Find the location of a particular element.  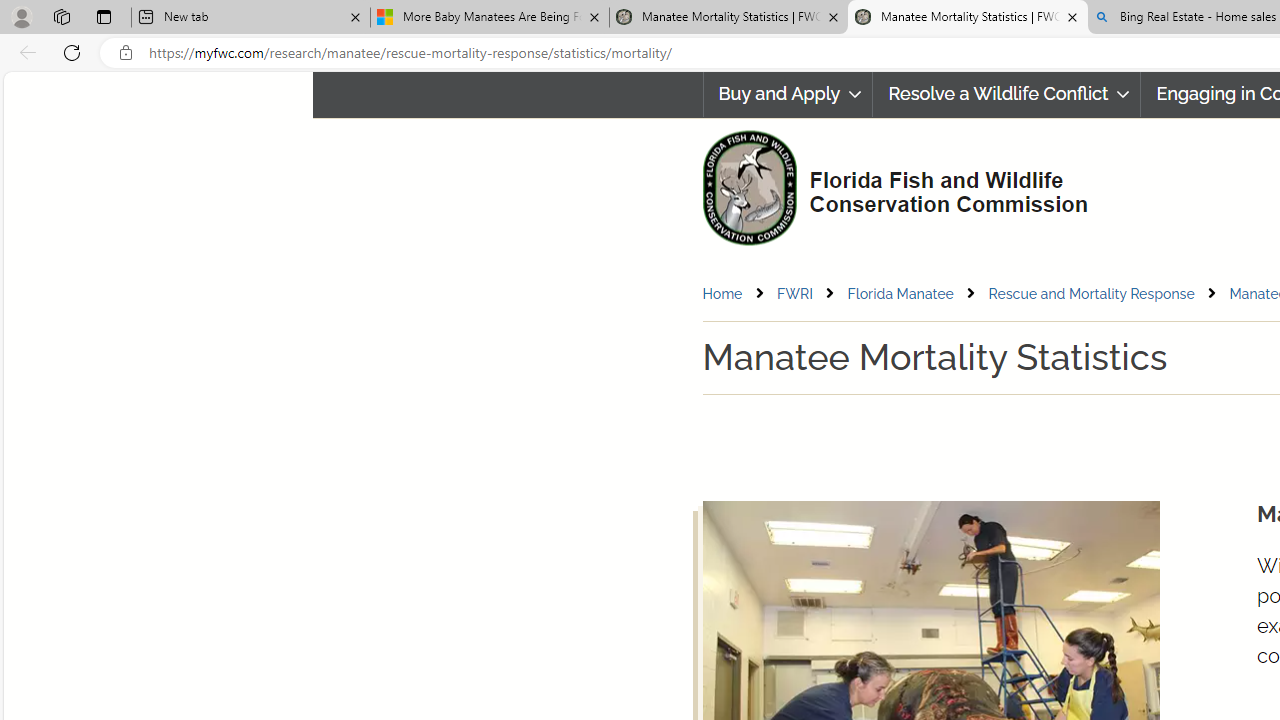

'Buy and Apply' is located at coordinates (786, 94).